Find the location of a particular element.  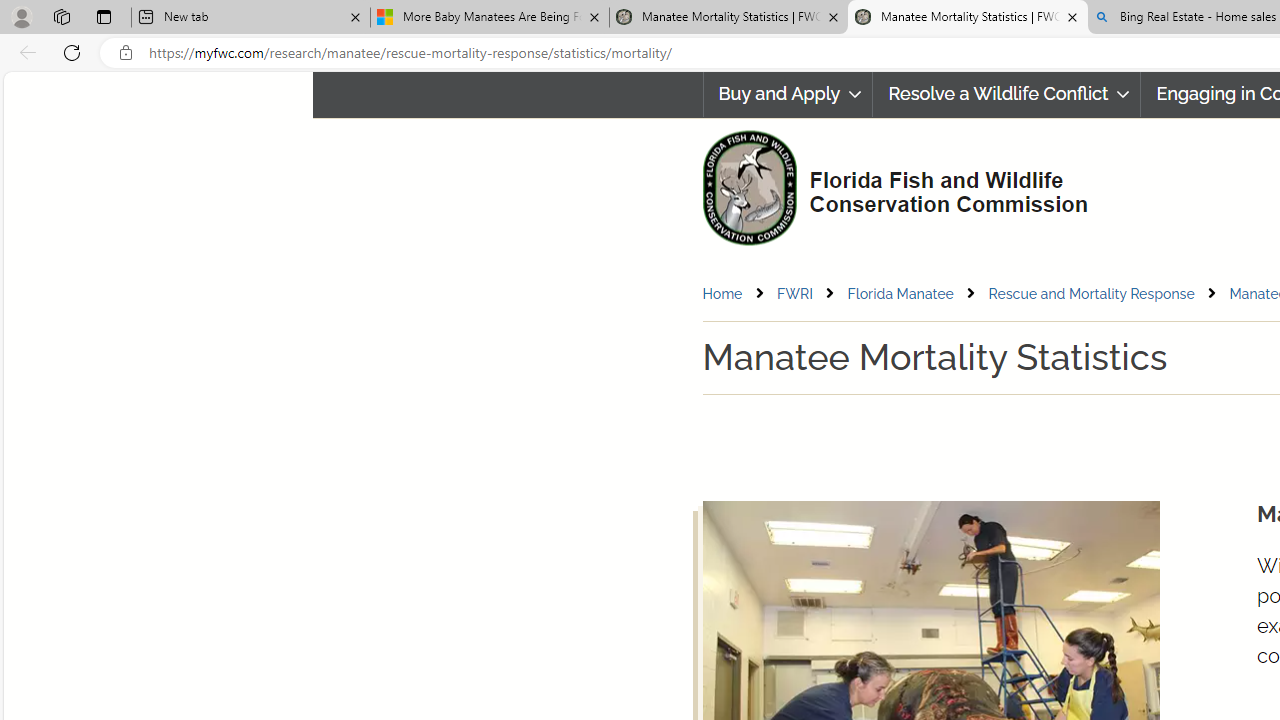

'Buy and Apply' is located at coordinates (786, 94).